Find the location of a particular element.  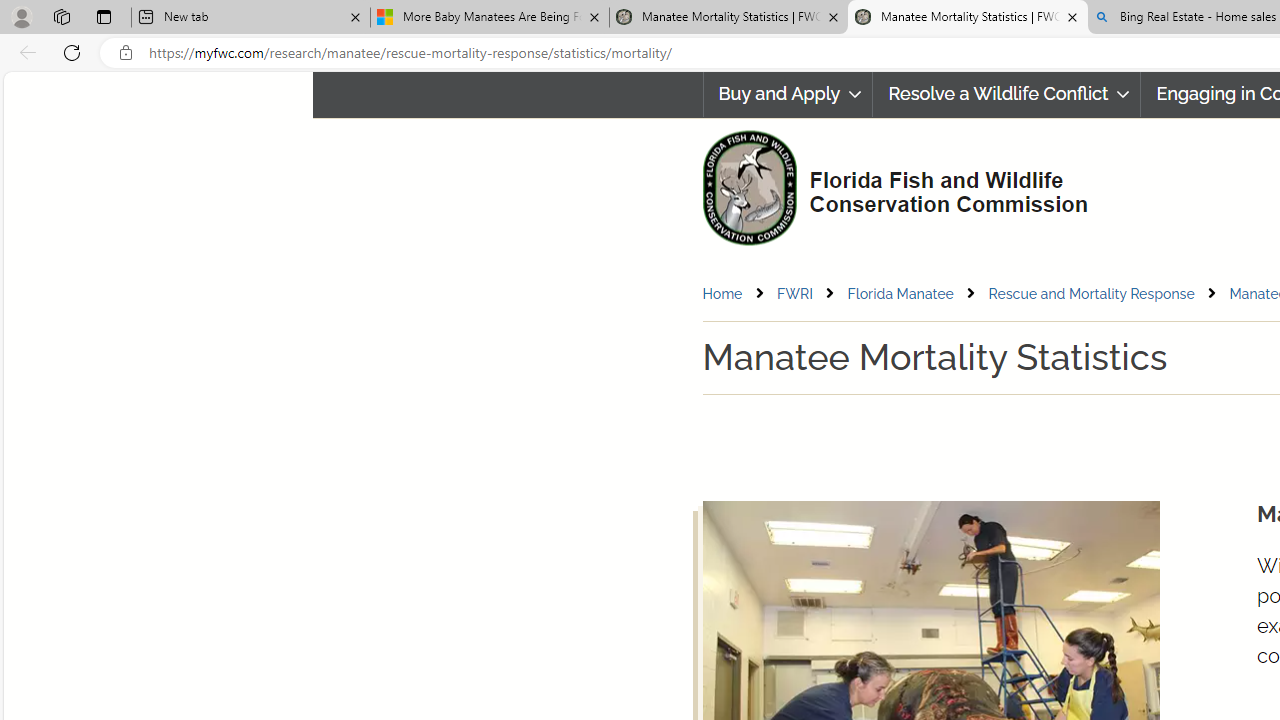

'Buy and Apply' is located at coordinates (786, 94).